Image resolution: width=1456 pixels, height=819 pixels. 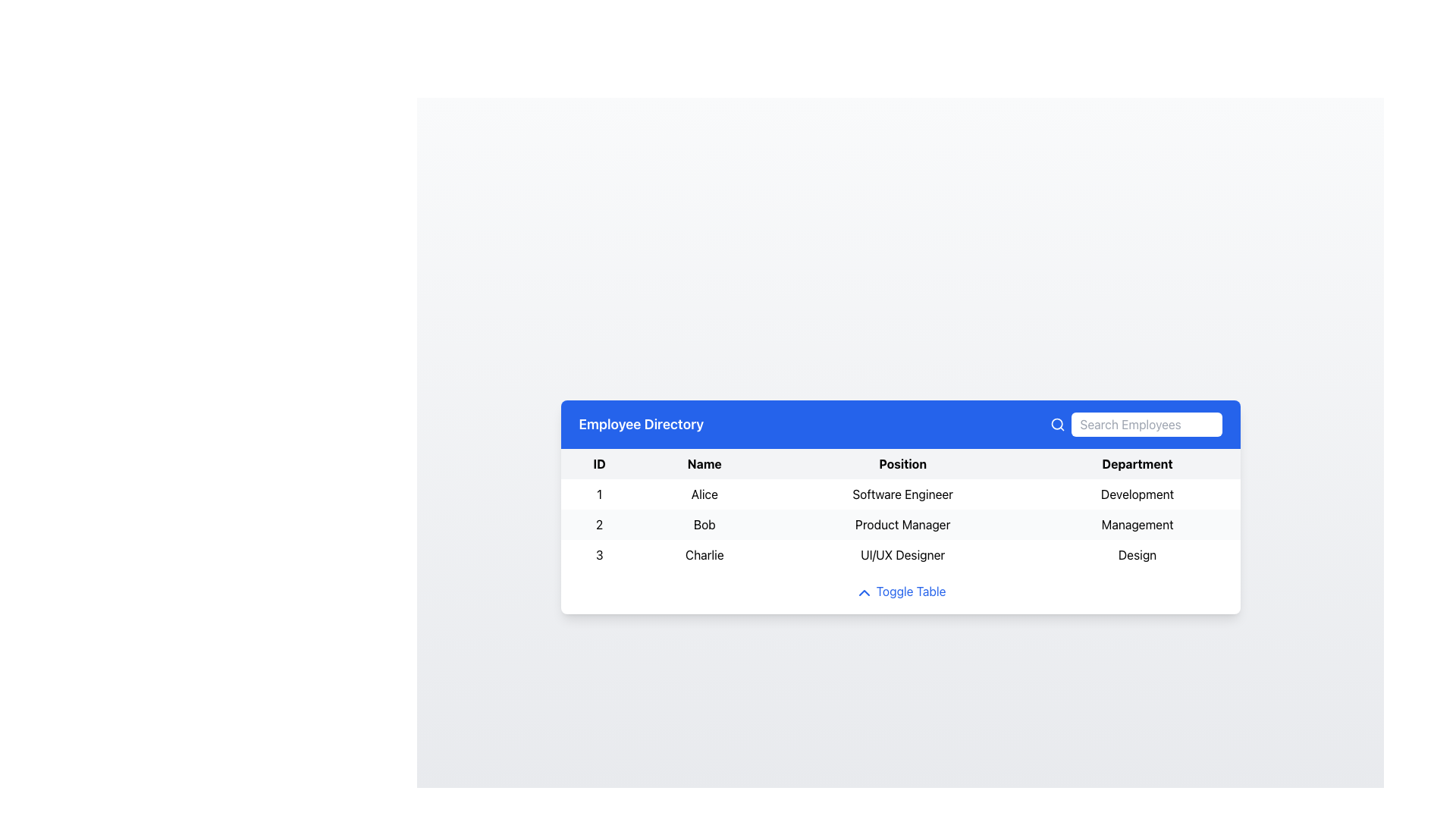 What do you see at coordinates (1135, 424) in the screenshot?
I see `the magnifying glass icon located at the end of the text input field in the top-right corner of the 'Employee Directory' header` at bounding box center [1135, 424].